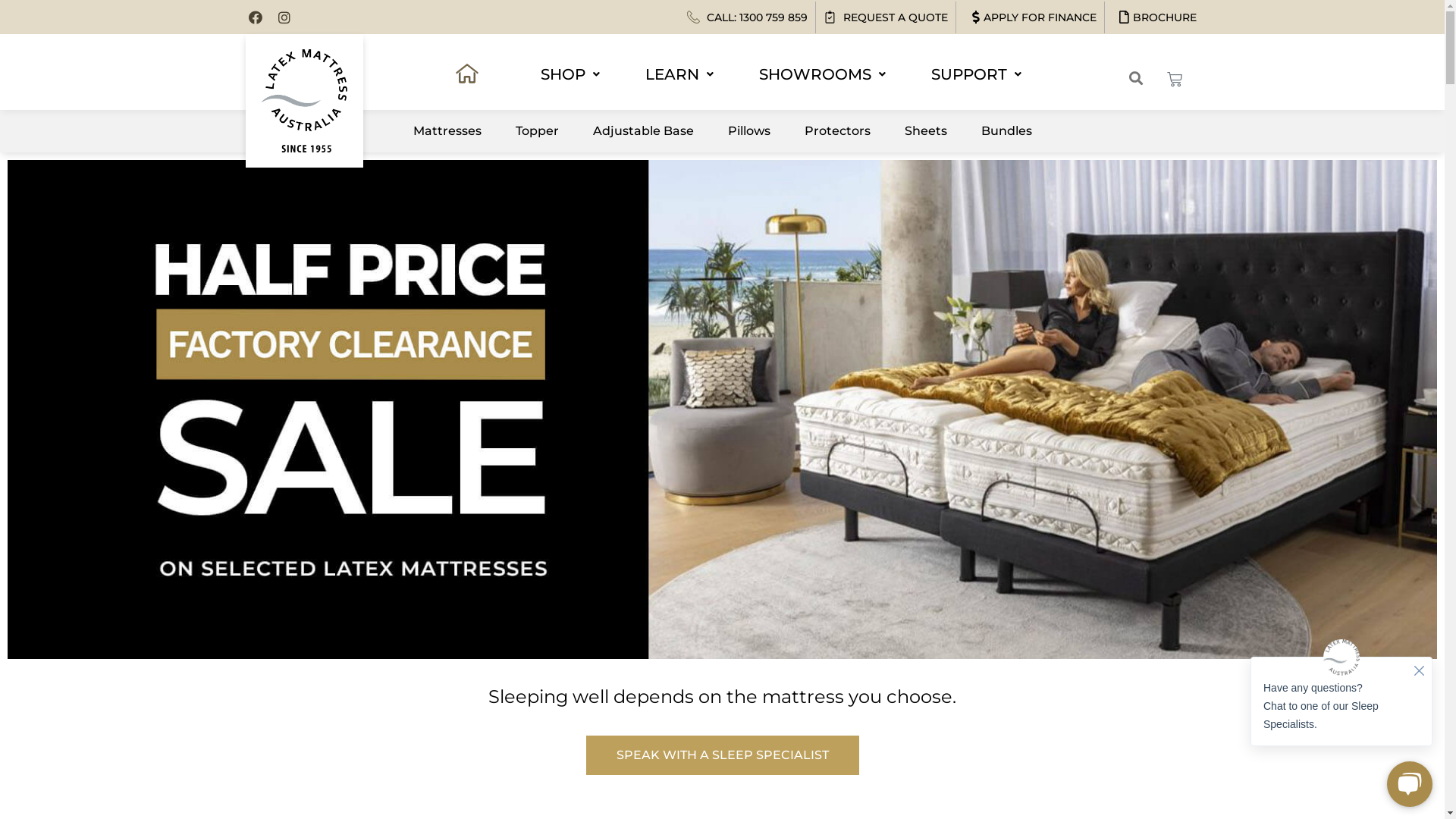 This screenshot has width=1456, height=819. I want to click on 'APPLY FOR FINANCE', so click(1030, 17).